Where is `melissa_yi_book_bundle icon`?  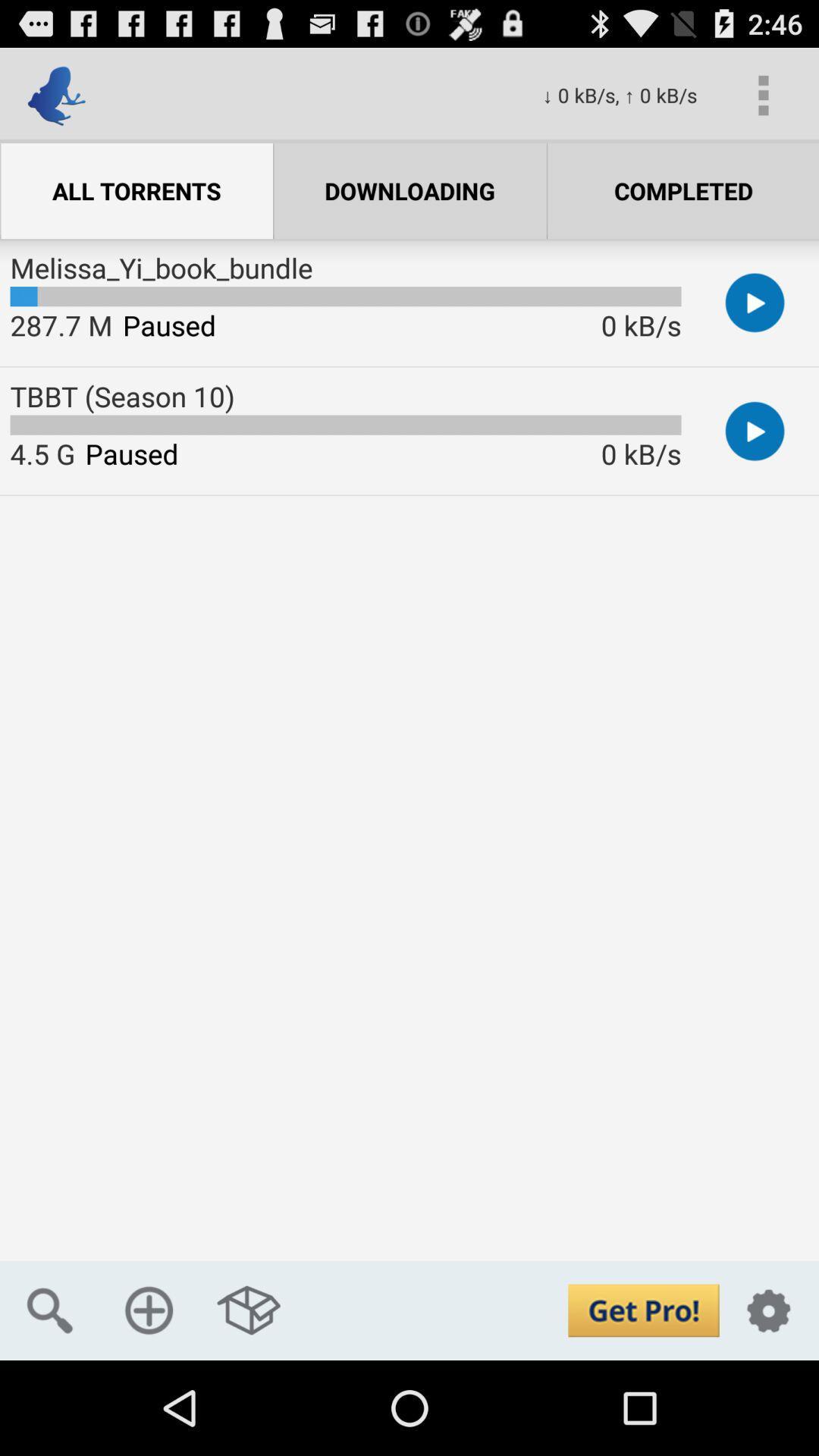 melissa_yi_book_bundle icon is located at coordinates (161, 268).